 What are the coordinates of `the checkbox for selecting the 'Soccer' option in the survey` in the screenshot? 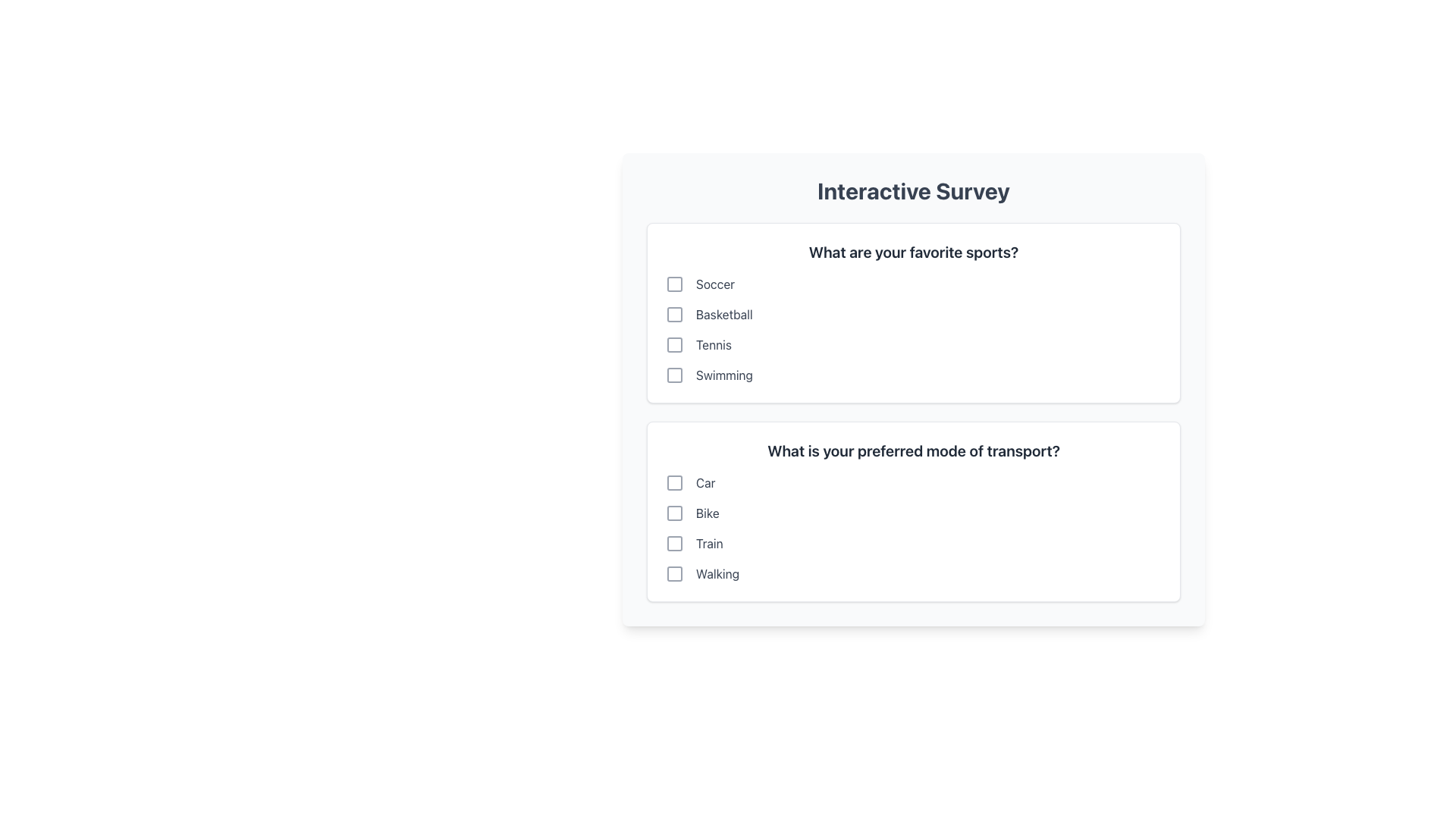 It's located at (673, 284).